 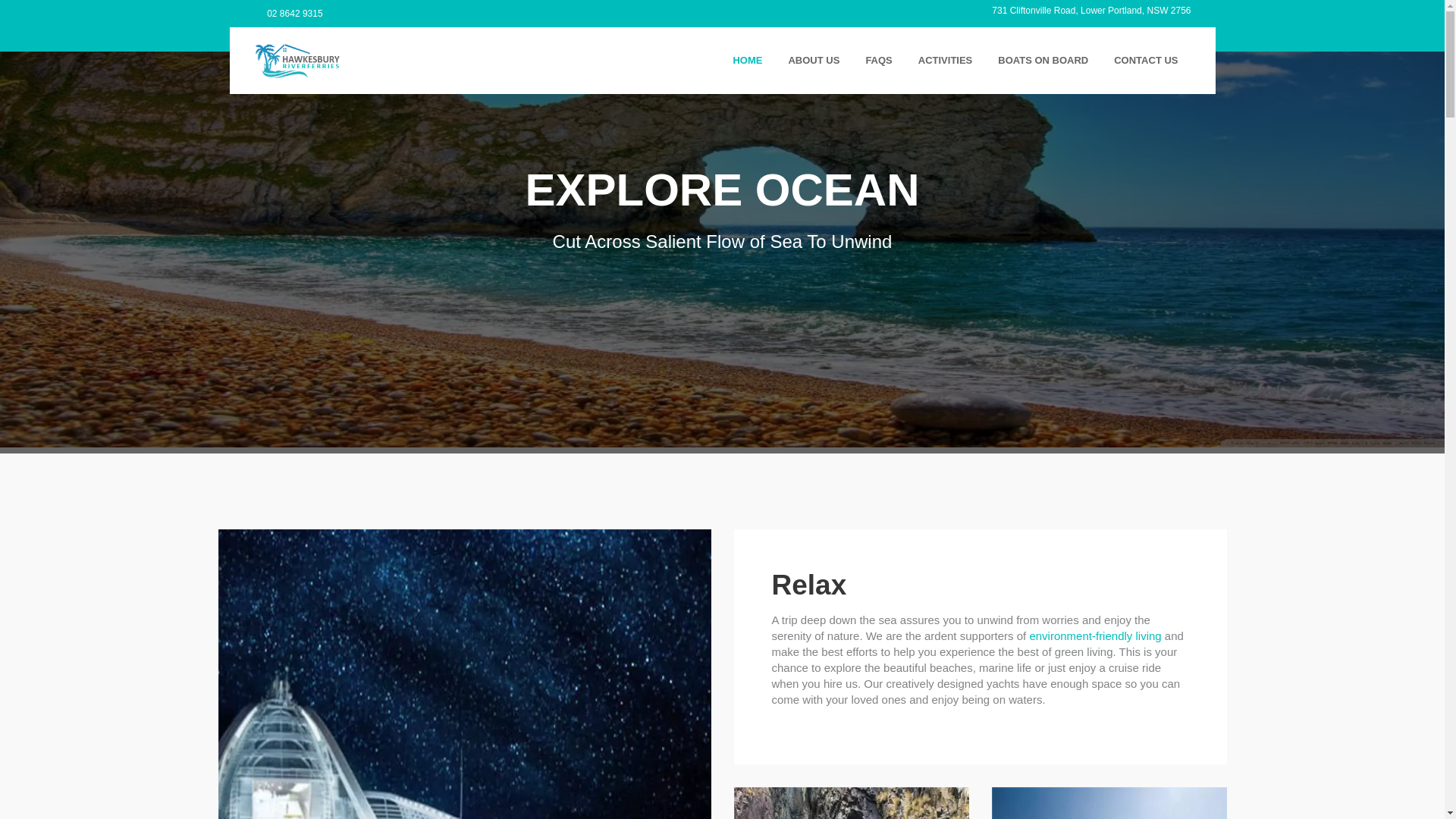 I want to click on 'BOATS ON BOARD', so click(x=1042, y=60).